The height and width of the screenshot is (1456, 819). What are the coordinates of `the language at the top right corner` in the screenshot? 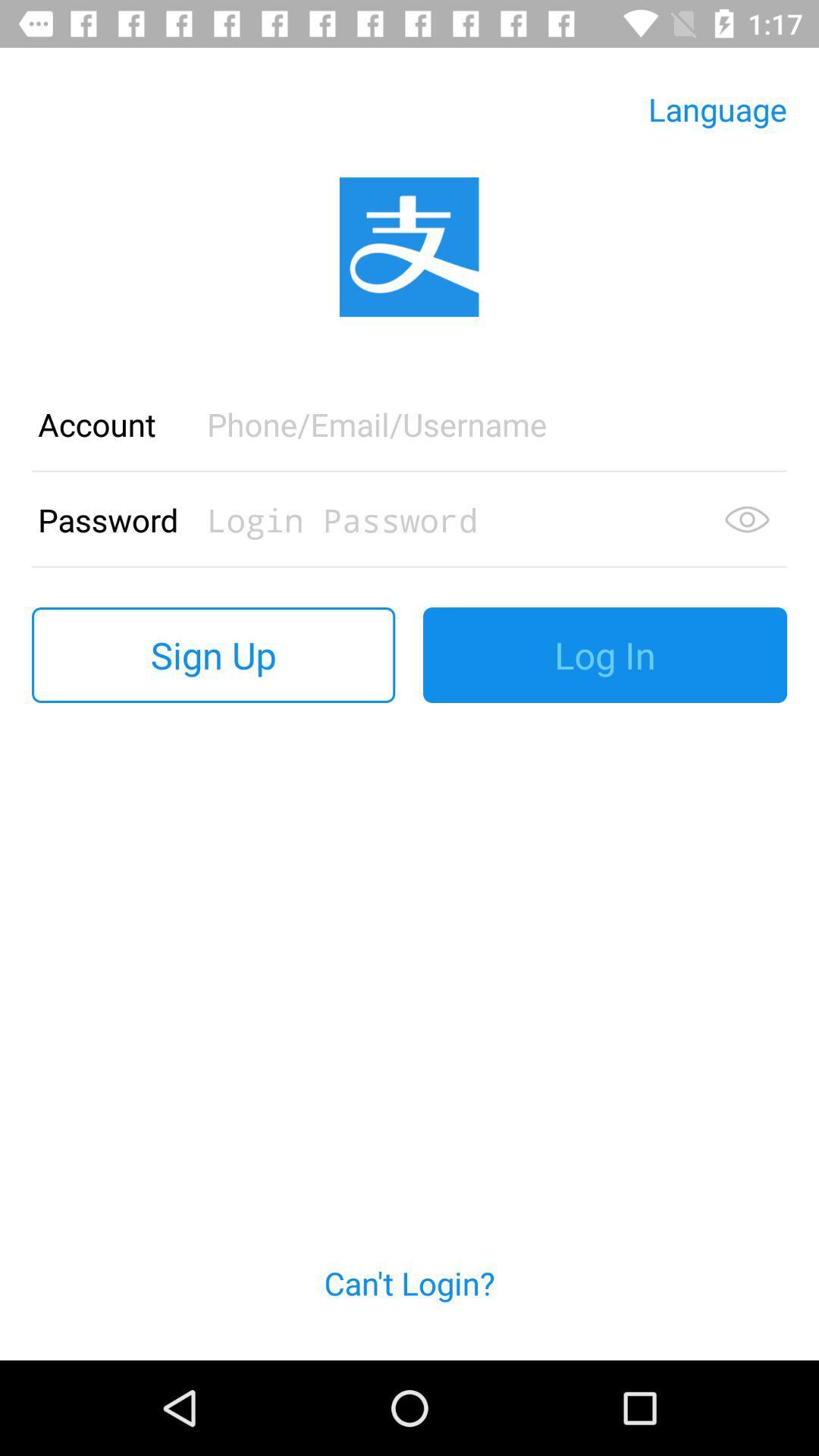 It's located at (717, 108).